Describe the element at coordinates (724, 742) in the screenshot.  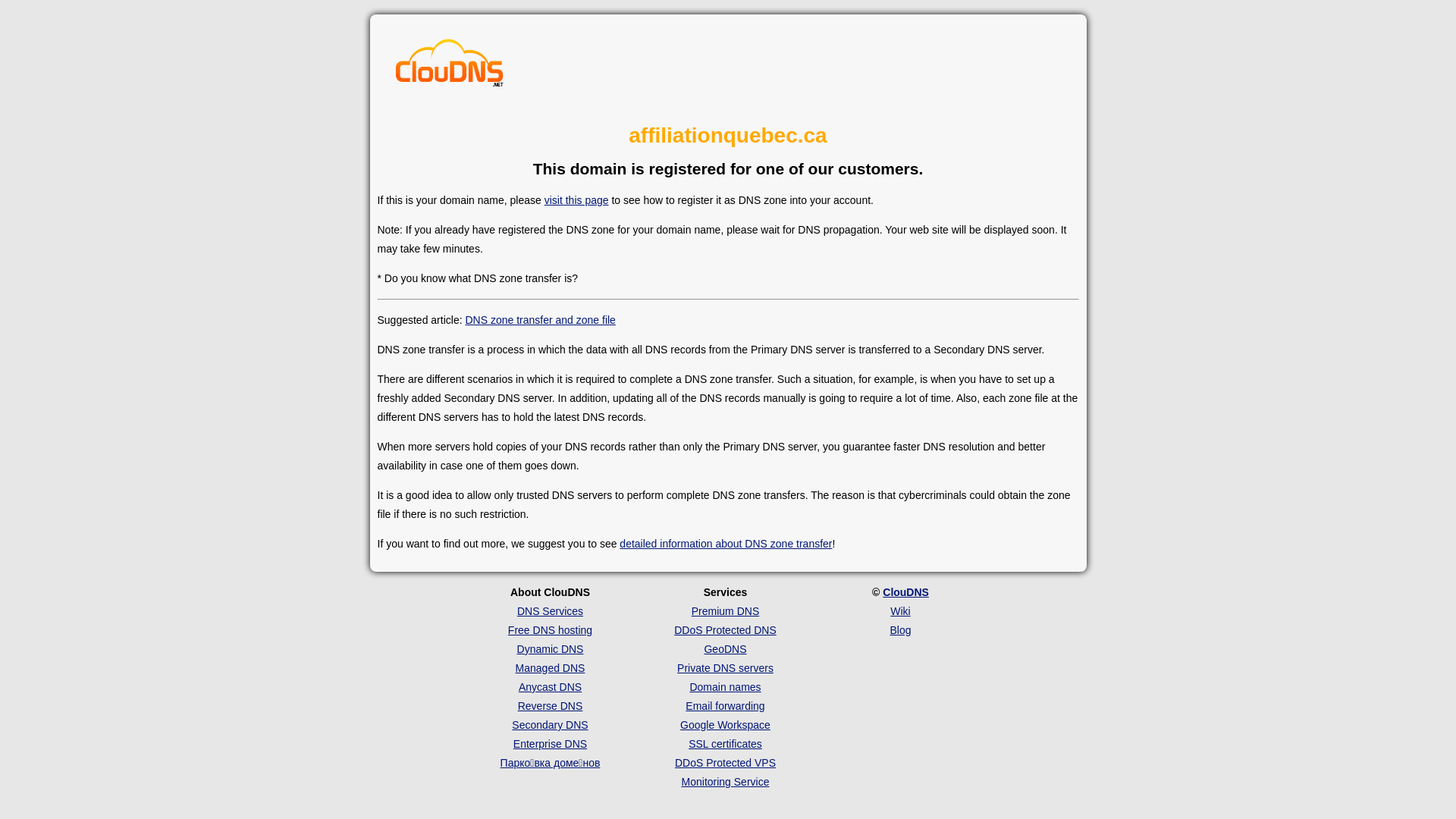
I see `'SSL certificates'` at that location.